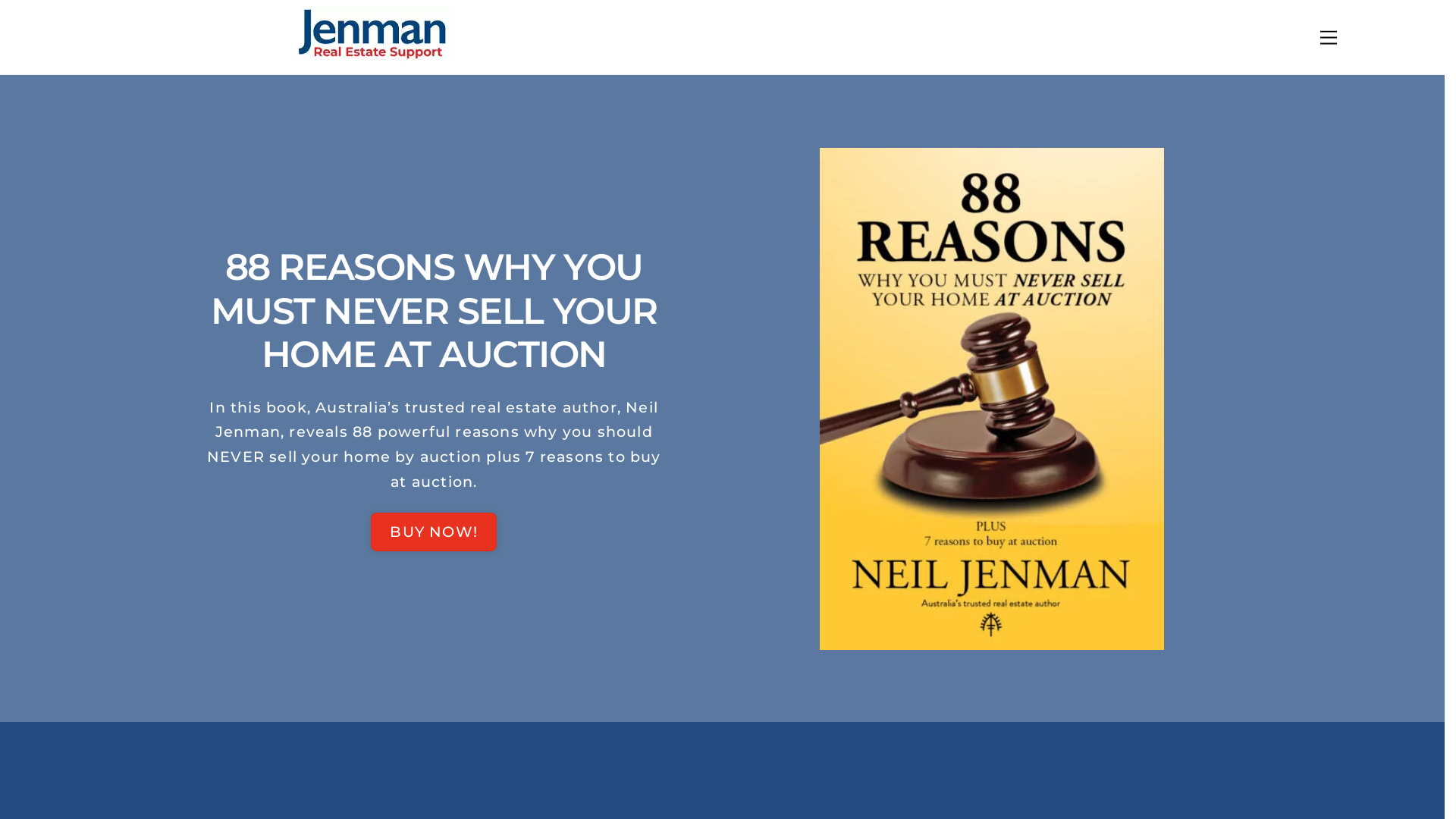  What do you see at coordinates (371, 34) in the screenshot?
I see `'Jenman Real Estate Support short'` at bounding box center [371, 34].